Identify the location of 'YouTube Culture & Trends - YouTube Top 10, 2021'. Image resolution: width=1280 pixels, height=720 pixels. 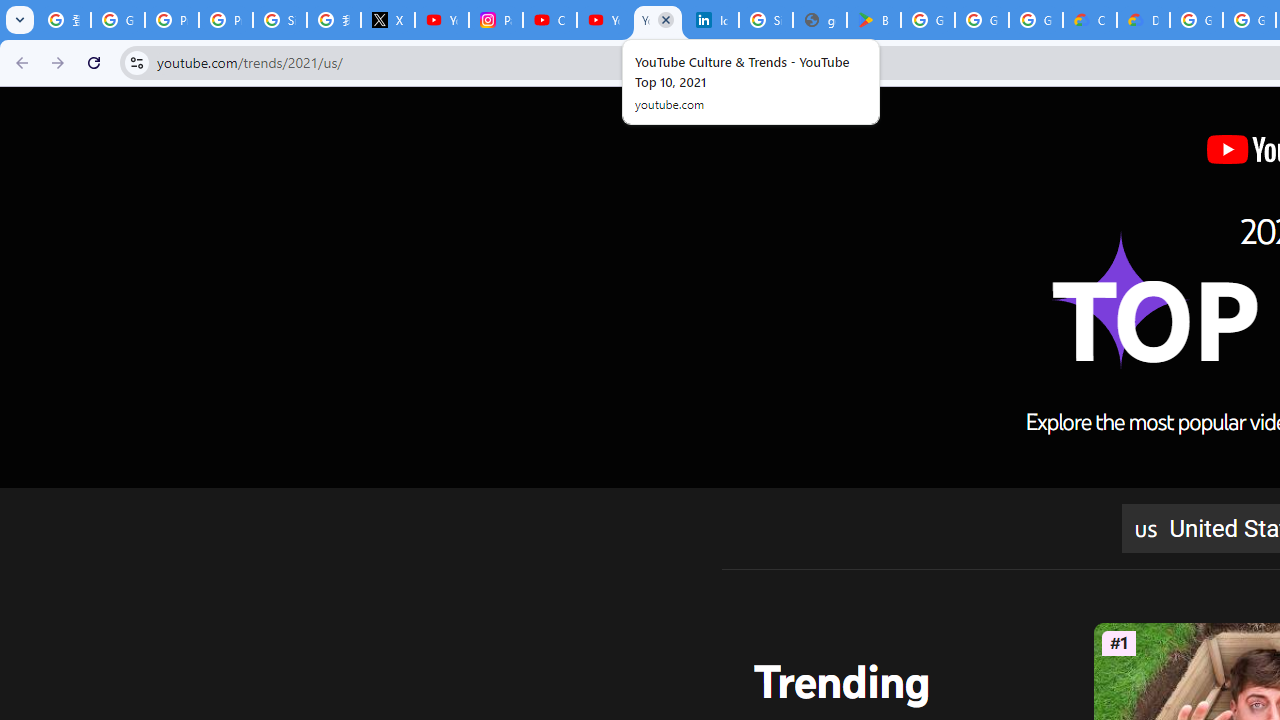
(657, 20).